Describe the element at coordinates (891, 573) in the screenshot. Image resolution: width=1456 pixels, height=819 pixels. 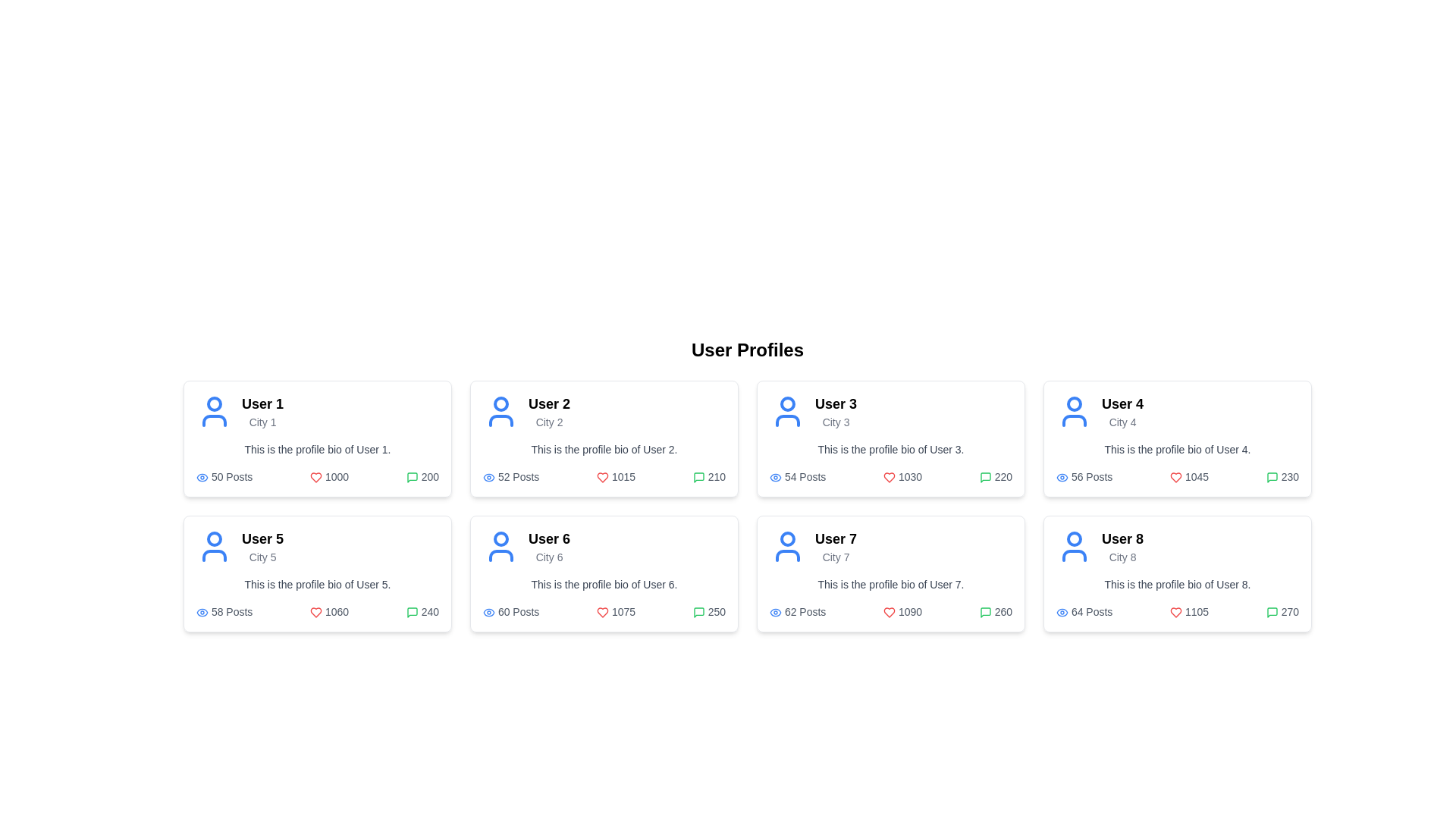
I see `the seventh card` at that location.